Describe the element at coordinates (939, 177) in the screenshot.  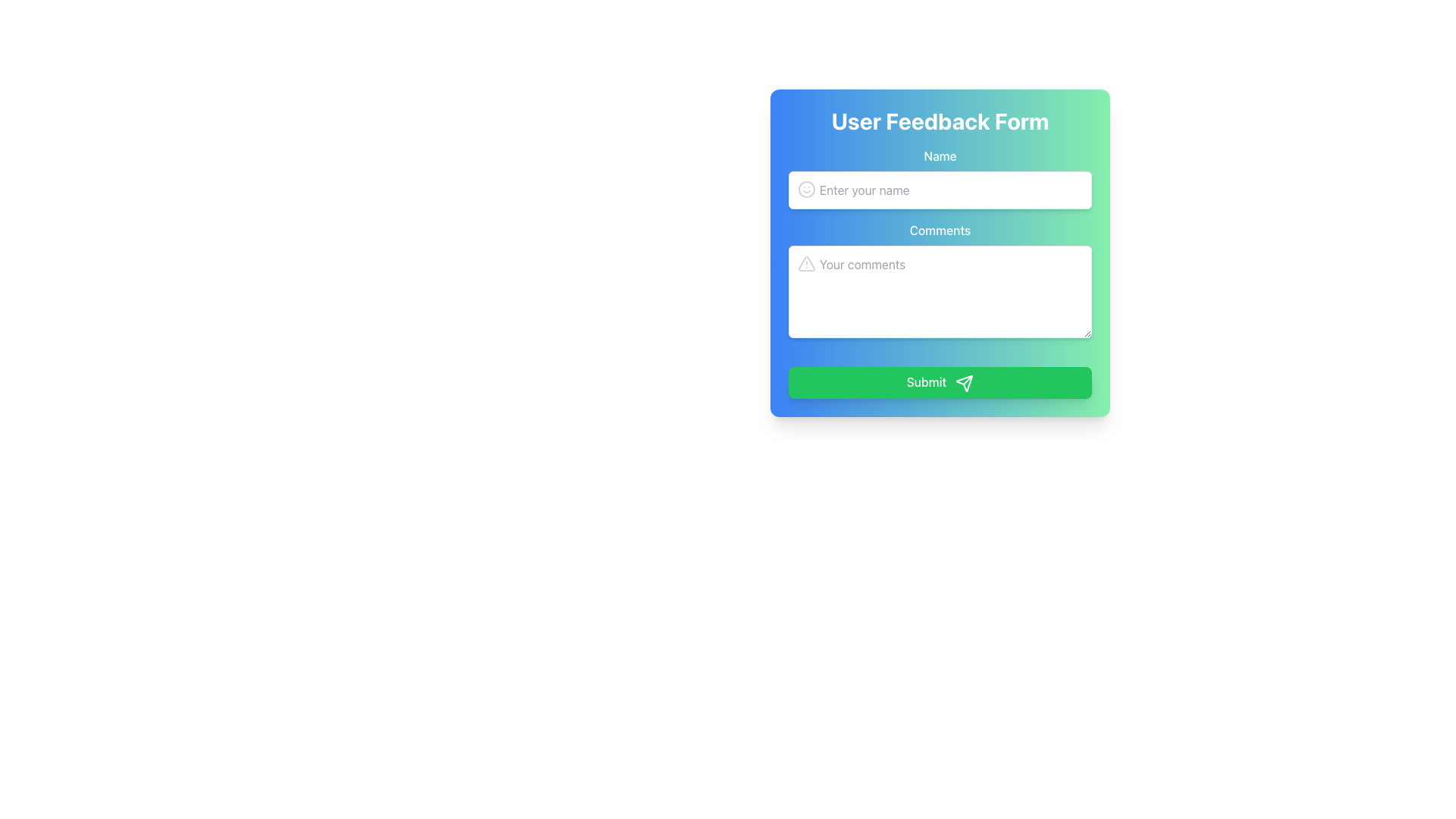
I see `the 'Name' label of the text input field to focus the input box for entering the user's name in the feedback form` at that location.